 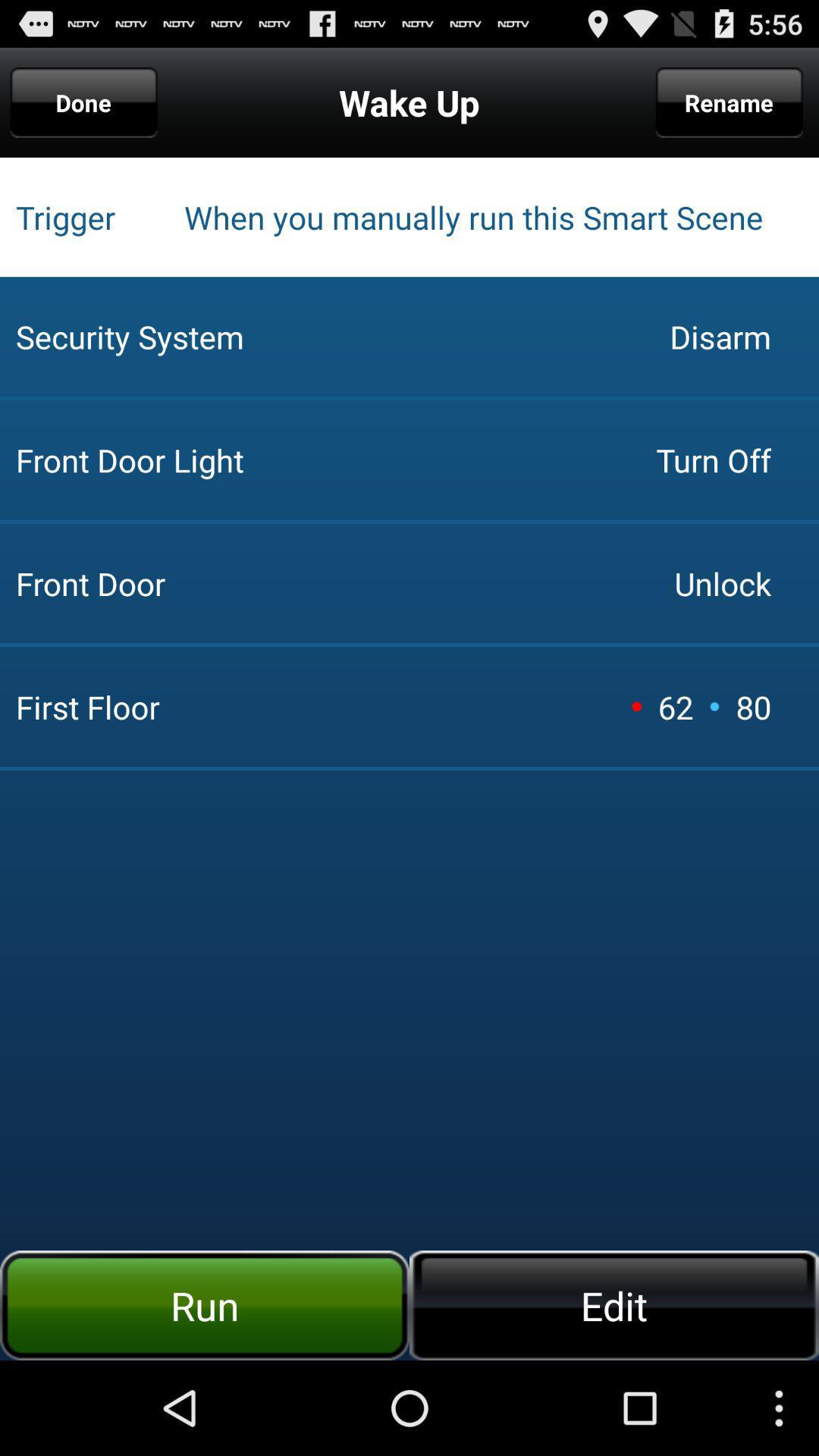 What do you see at coordinates (722, 582) in the screenshot?
I see `unlock app` at bounding box center [722, 582].